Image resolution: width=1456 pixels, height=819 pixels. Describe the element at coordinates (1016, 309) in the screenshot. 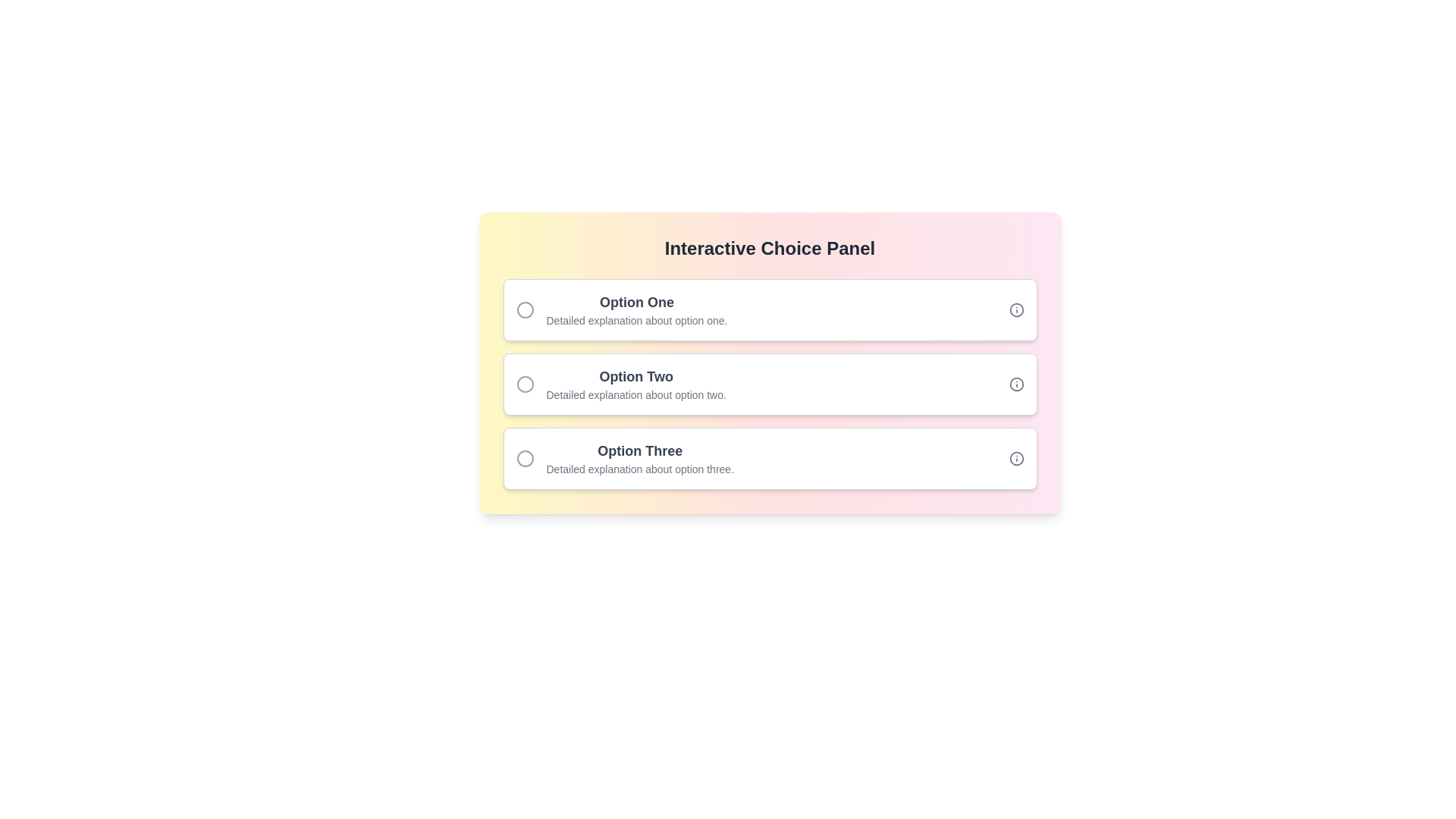

I see `the circular UI decoration or icon located adjacent to the right of the text label 'Option One' in the first selection row` at that location.